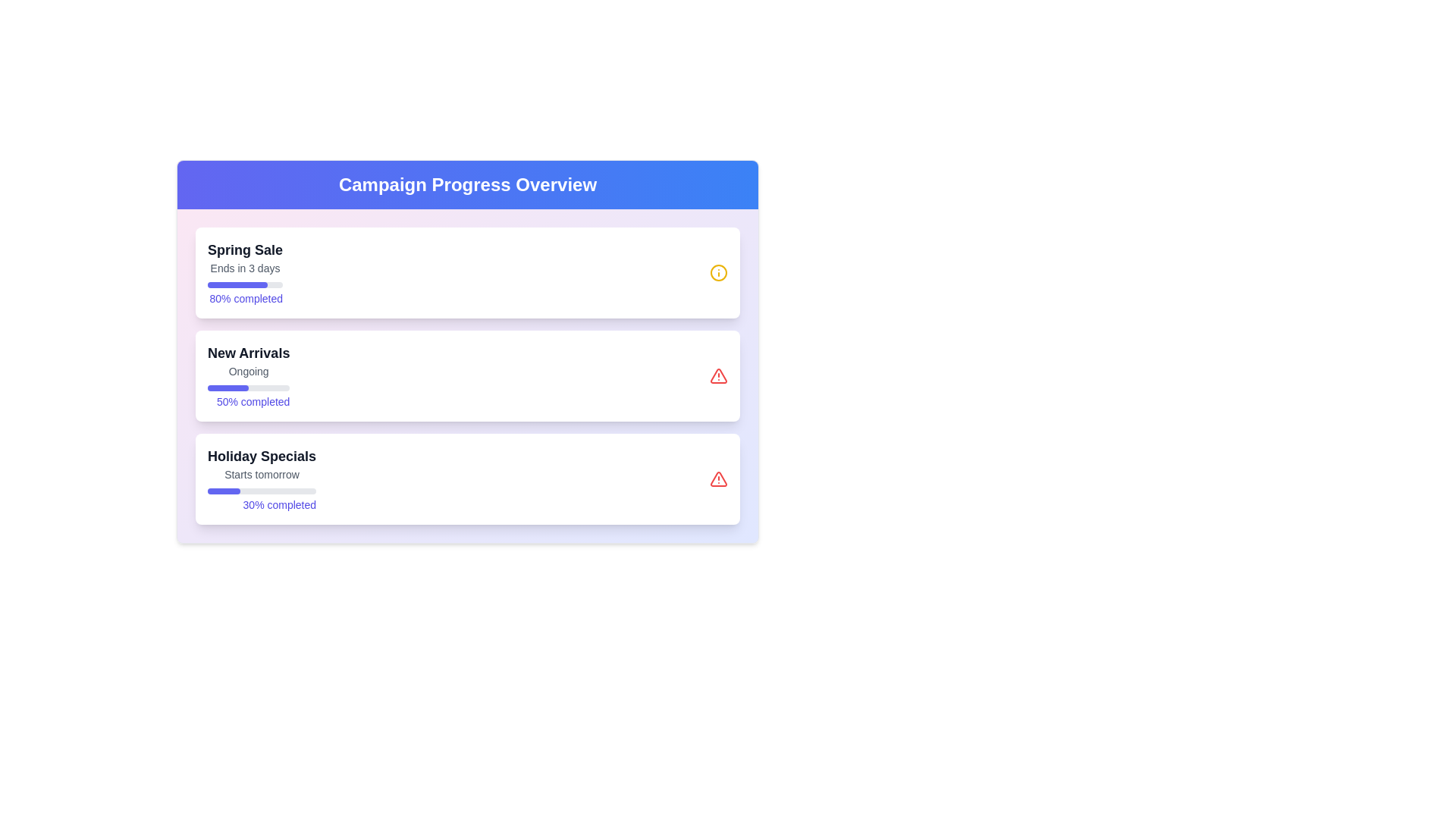  I want to click on the indigo progress indicator bar located in the third section of the 'Holiday Specials' card in the Campaign Progress Overview interface, so click(223, 491).